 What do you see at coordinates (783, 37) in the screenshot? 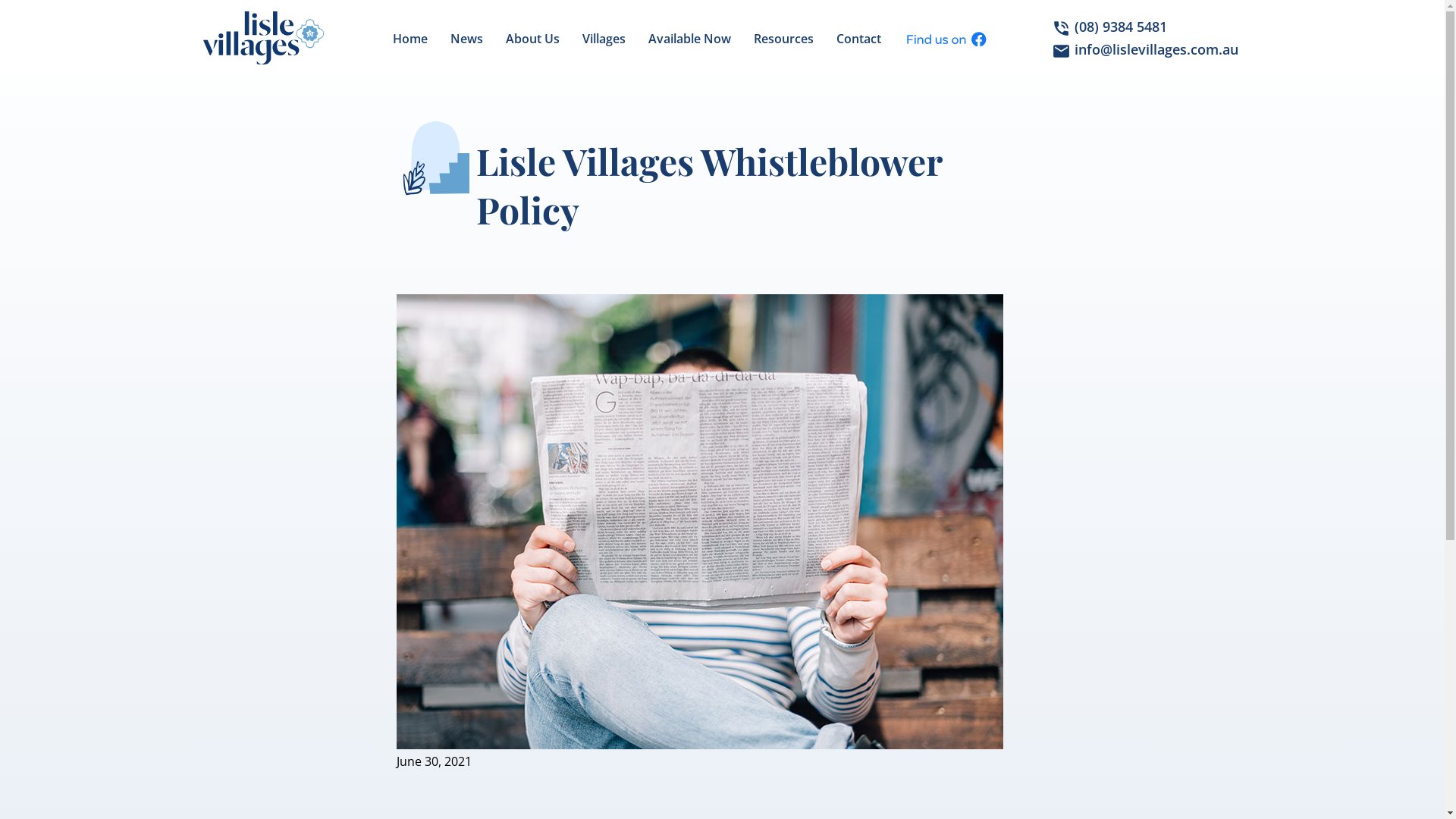
I see `'Resources'` at bounding box center [783, 37].